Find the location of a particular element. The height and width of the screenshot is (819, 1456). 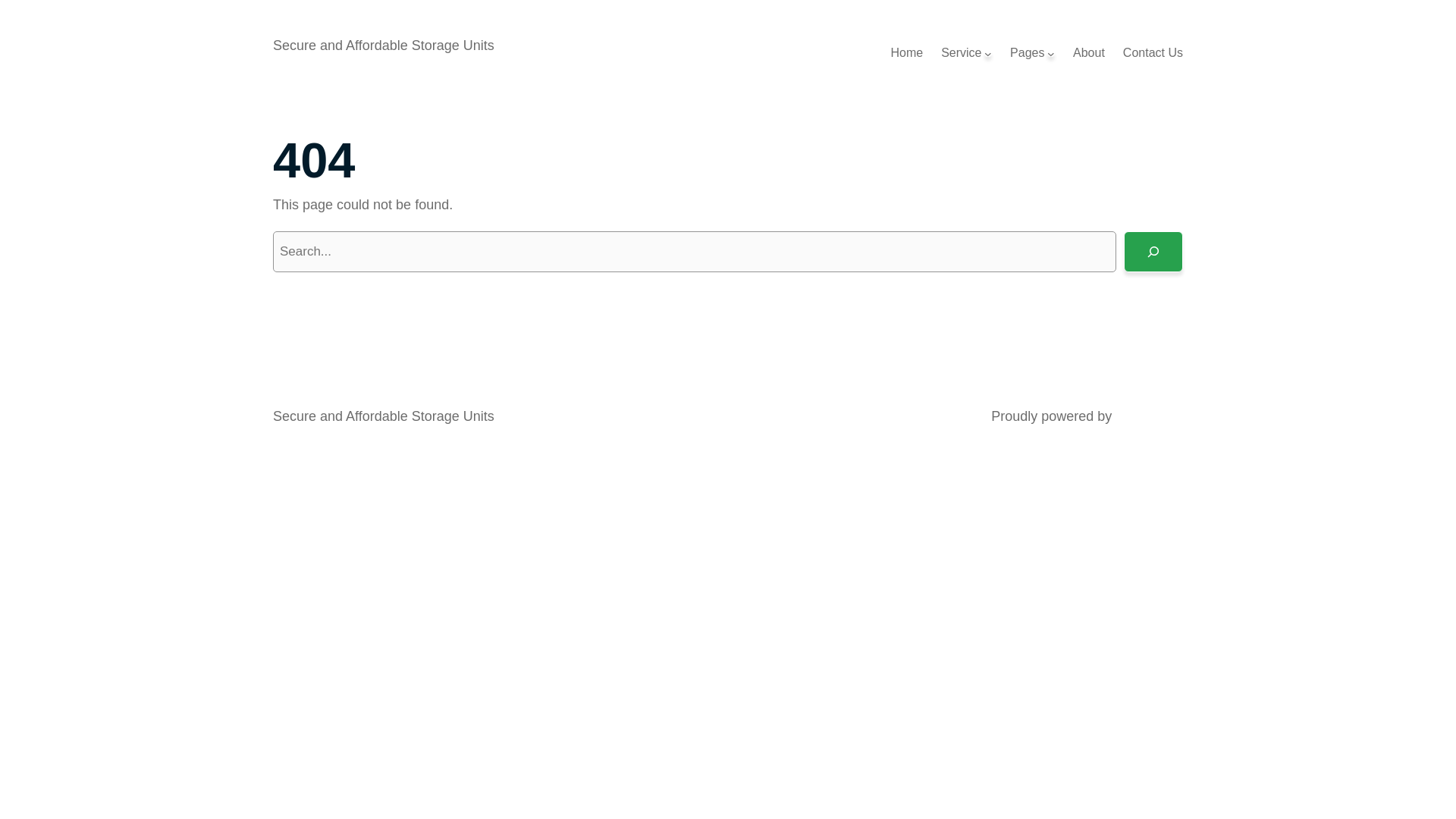

'Service' is located at coordinates (960, 52).